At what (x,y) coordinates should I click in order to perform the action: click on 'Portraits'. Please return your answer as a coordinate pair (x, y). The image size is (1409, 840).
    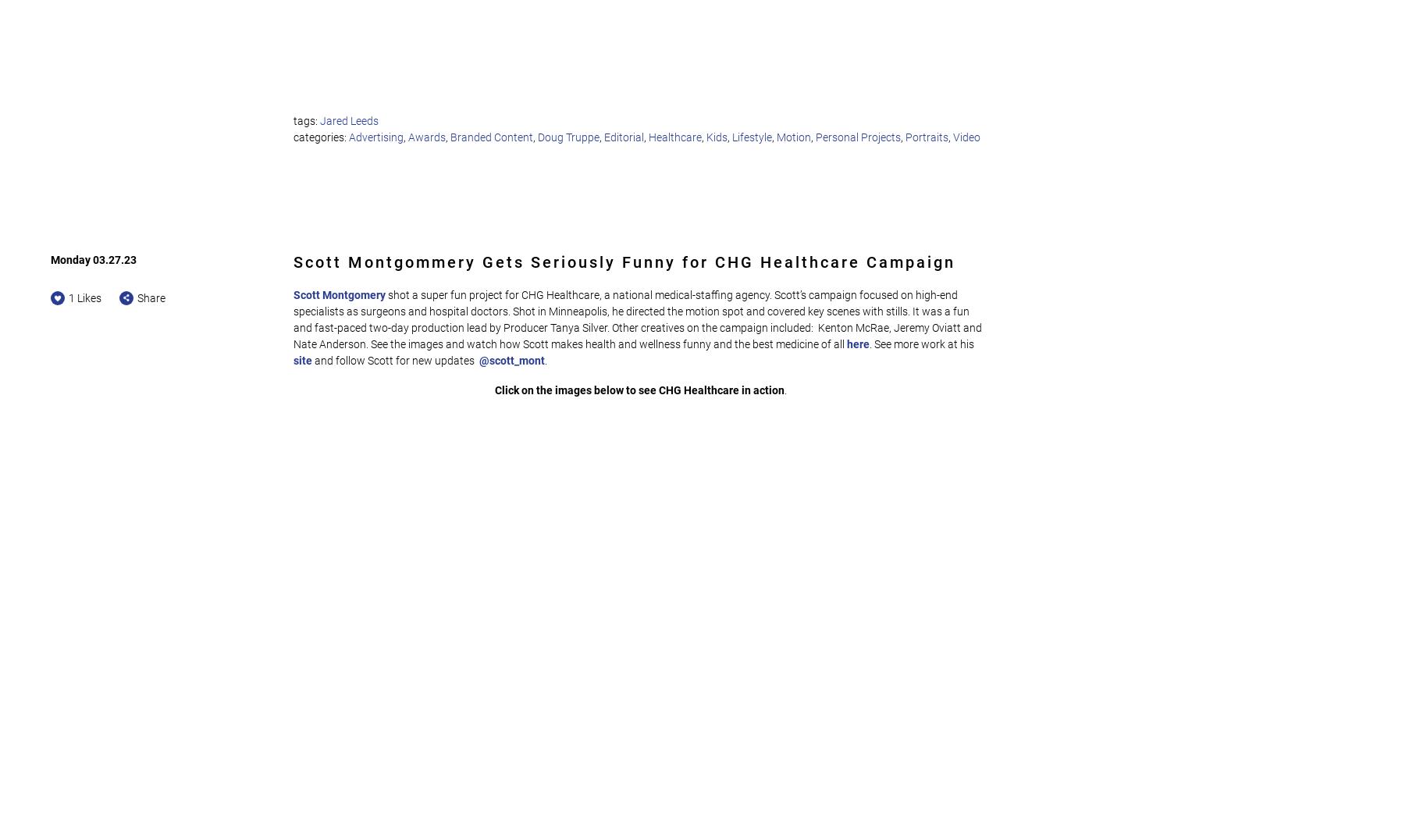
    Looking at the image, I should click on (927, 136).